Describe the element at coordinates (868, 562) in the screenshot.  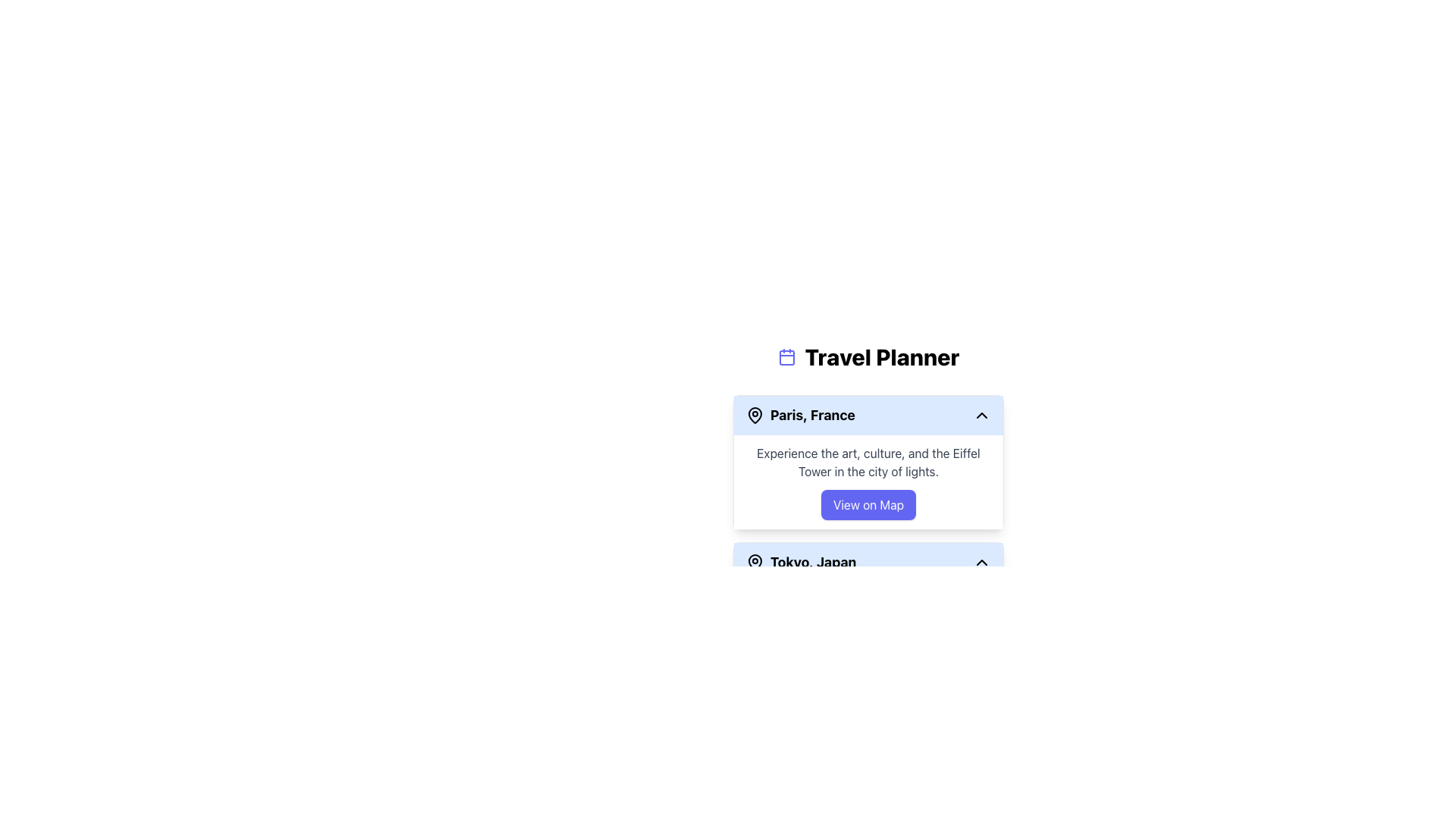
I see `the second item in the travel destinations list, labeled 'Tokyo, Japan'` at that location.